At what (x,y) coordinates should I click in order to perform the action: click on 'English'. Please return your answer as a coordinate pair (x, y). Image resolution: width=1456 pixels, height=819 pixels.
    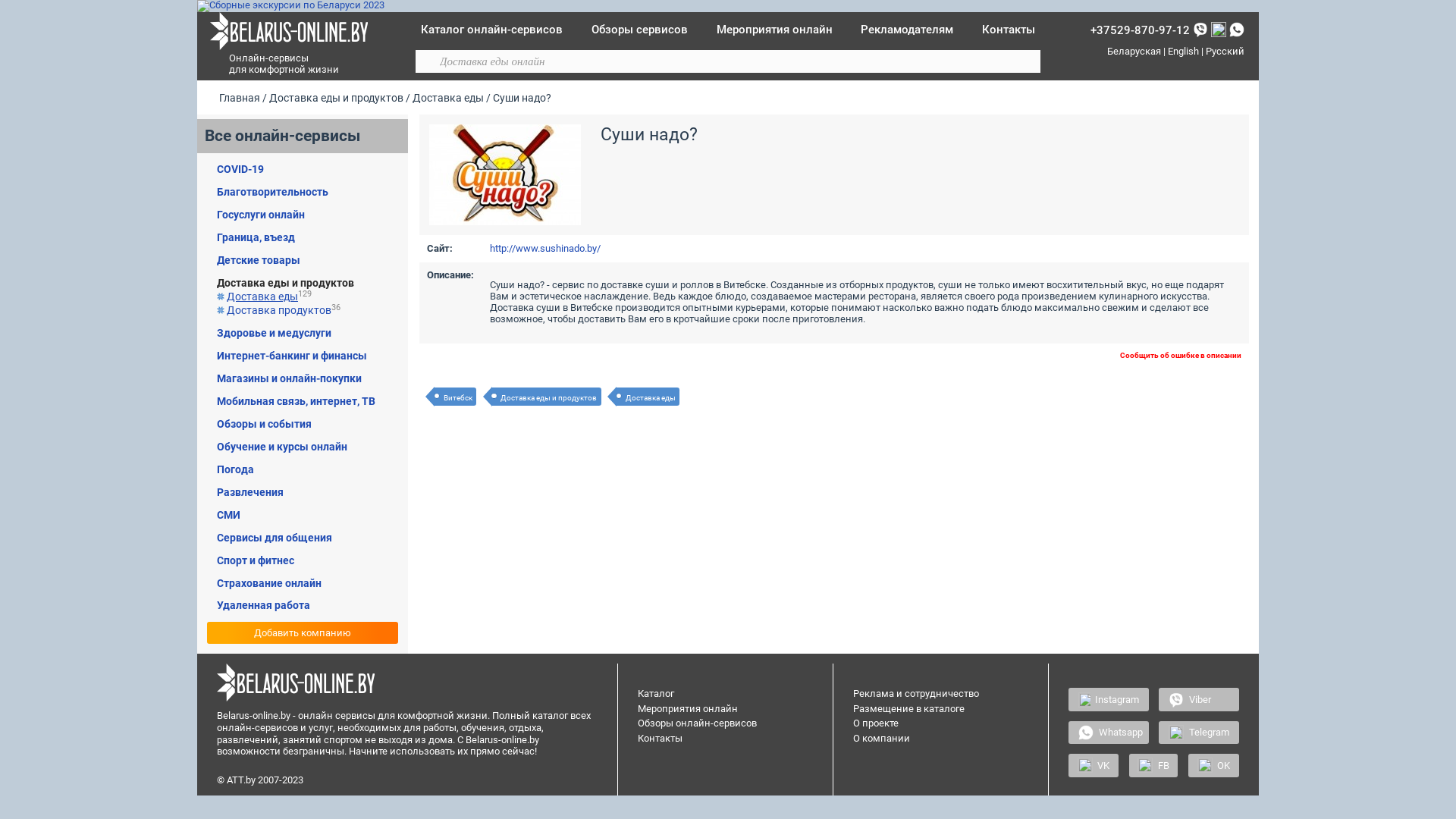
    Looking at the image, I should click on (1182, 50).